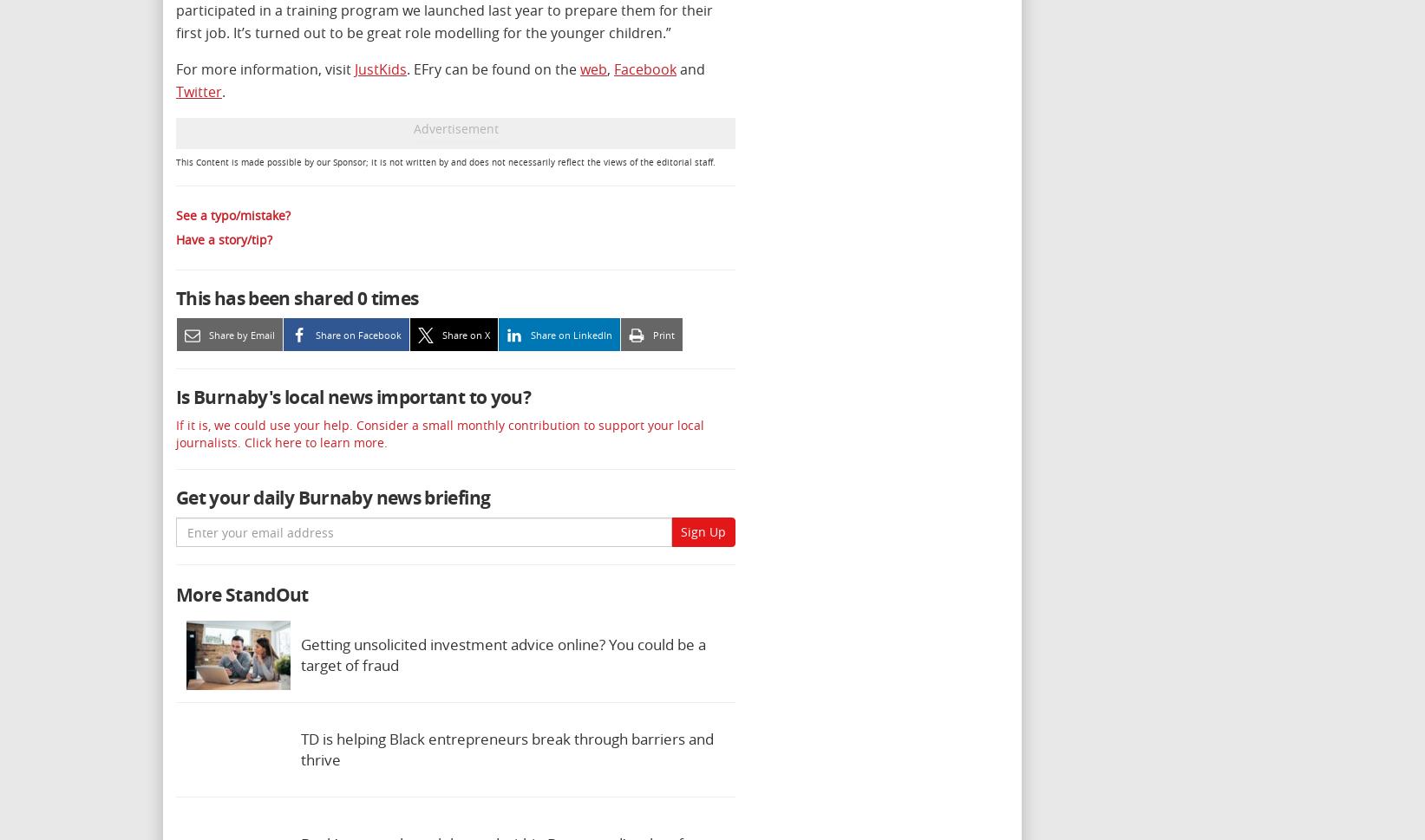 The height and width of the screenshot is (840, 1425). What do you see at coordinates (240, 334) in the screenshot?
I see `'Share by Email'` at bounding box center [240, 334].